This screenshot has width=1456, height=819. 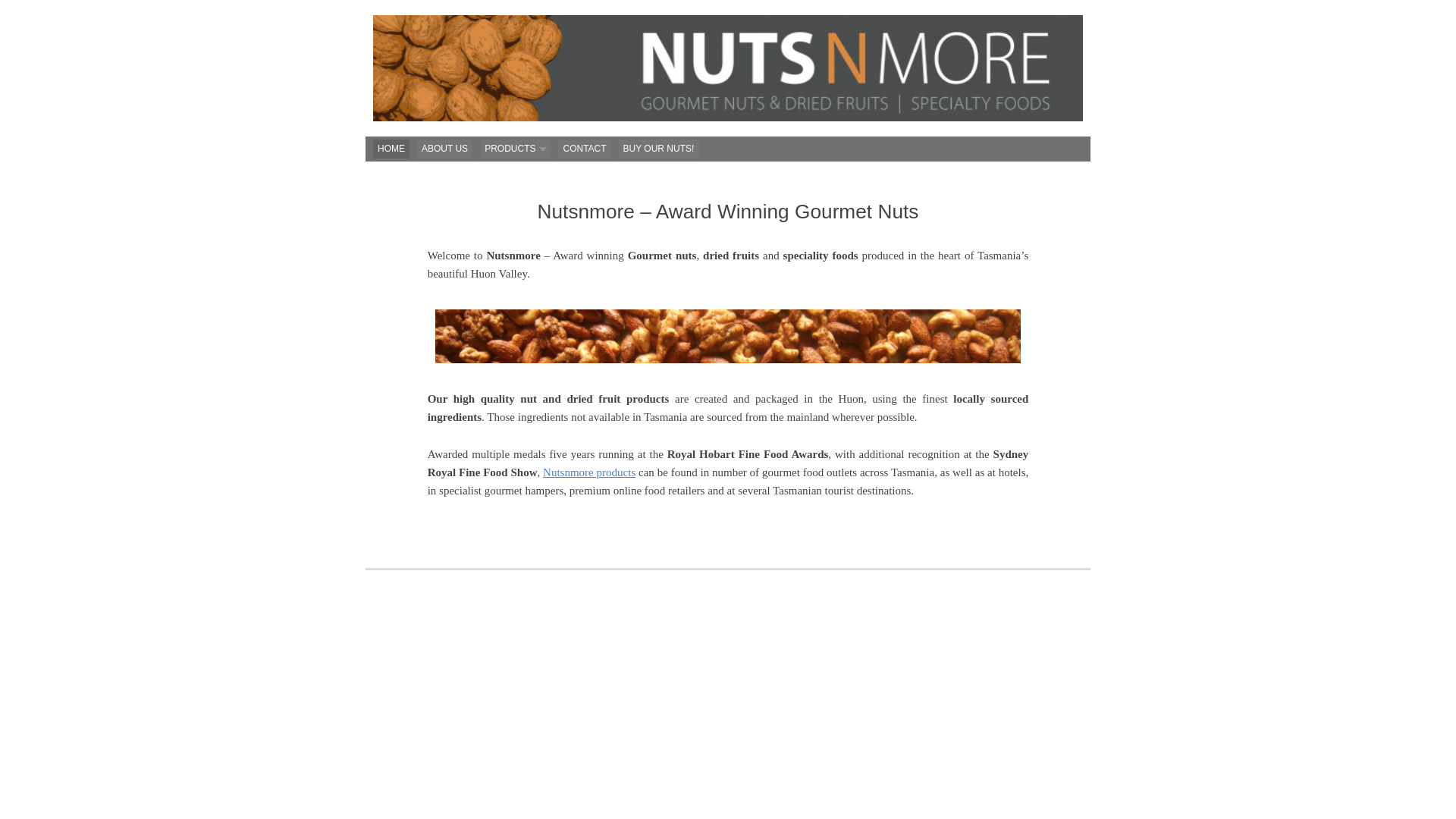 I want to click on 'CONTACT', so click(x=583, y=149).